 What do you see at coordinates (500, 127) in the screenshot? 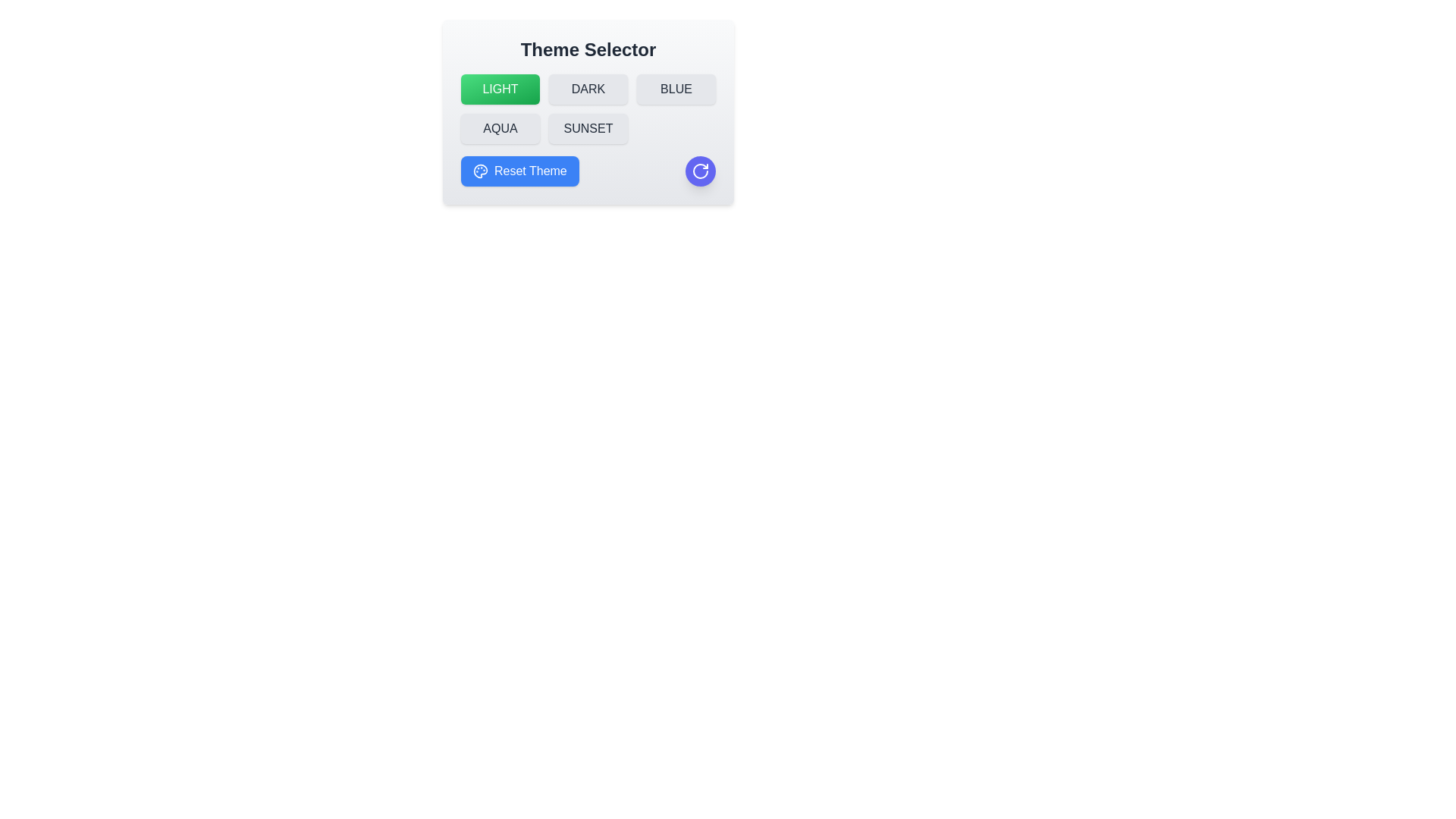
I see `the theme button corresponding to AQUA` at bounding box center [500, 127].